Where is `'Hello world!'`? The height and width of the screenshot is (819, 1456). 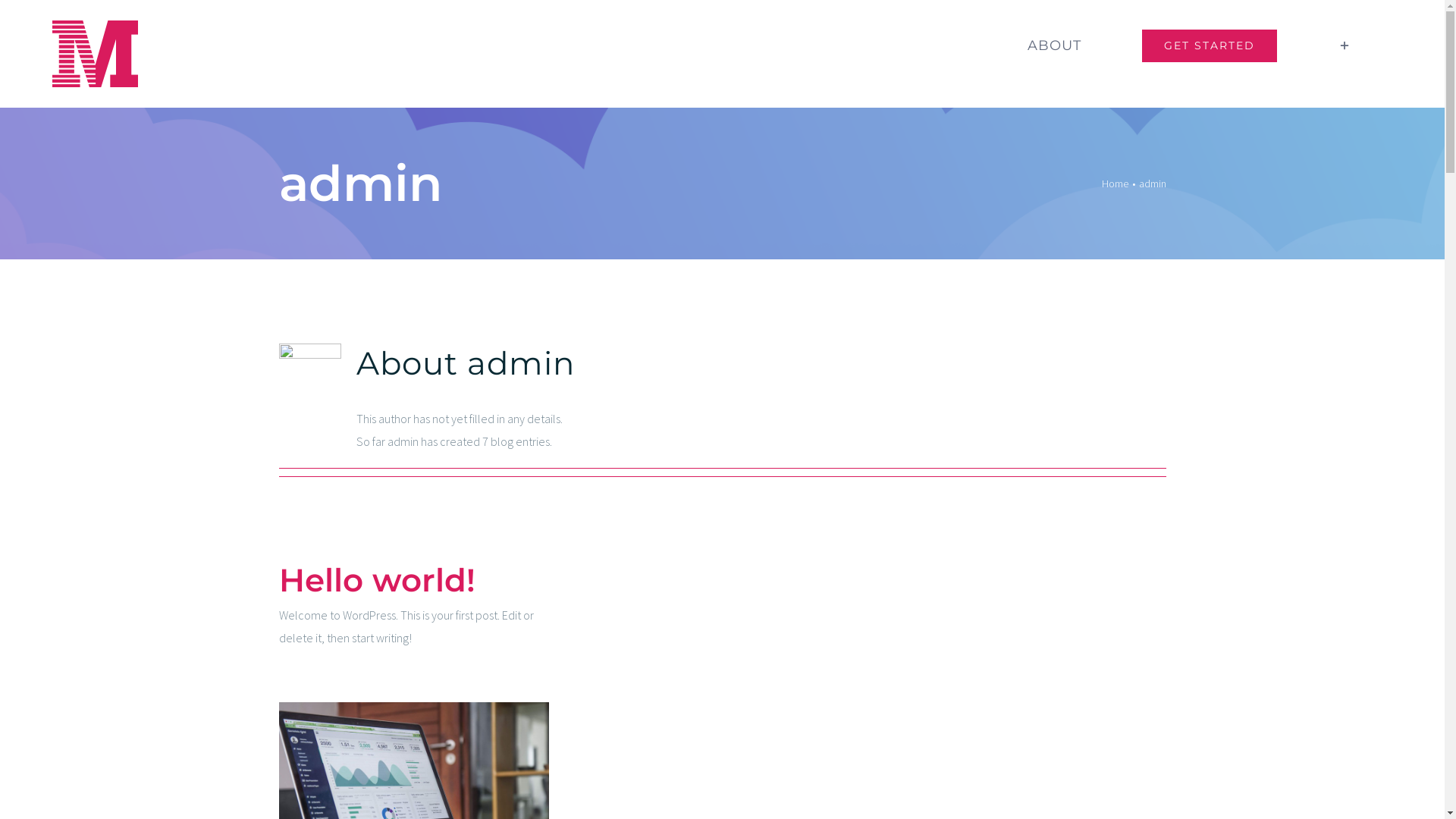 'Hello world!' is located at coordinates (279, 579).